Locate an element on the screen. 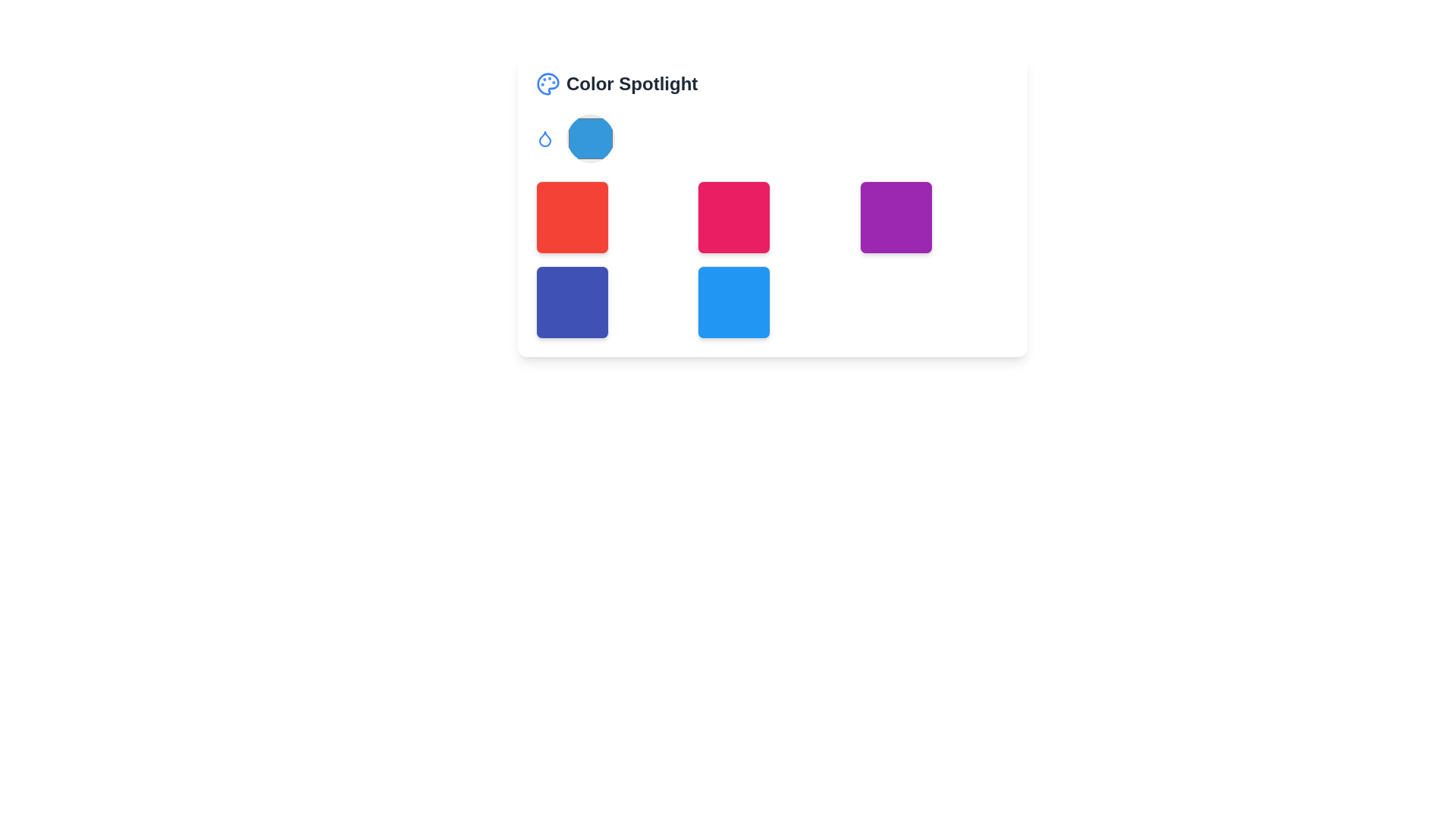 The width and height of the screenshot is (1456, 819). the blue decorative block or color selection tile, which is the fifth item in a grid layout is located at coordinates (734, 302).